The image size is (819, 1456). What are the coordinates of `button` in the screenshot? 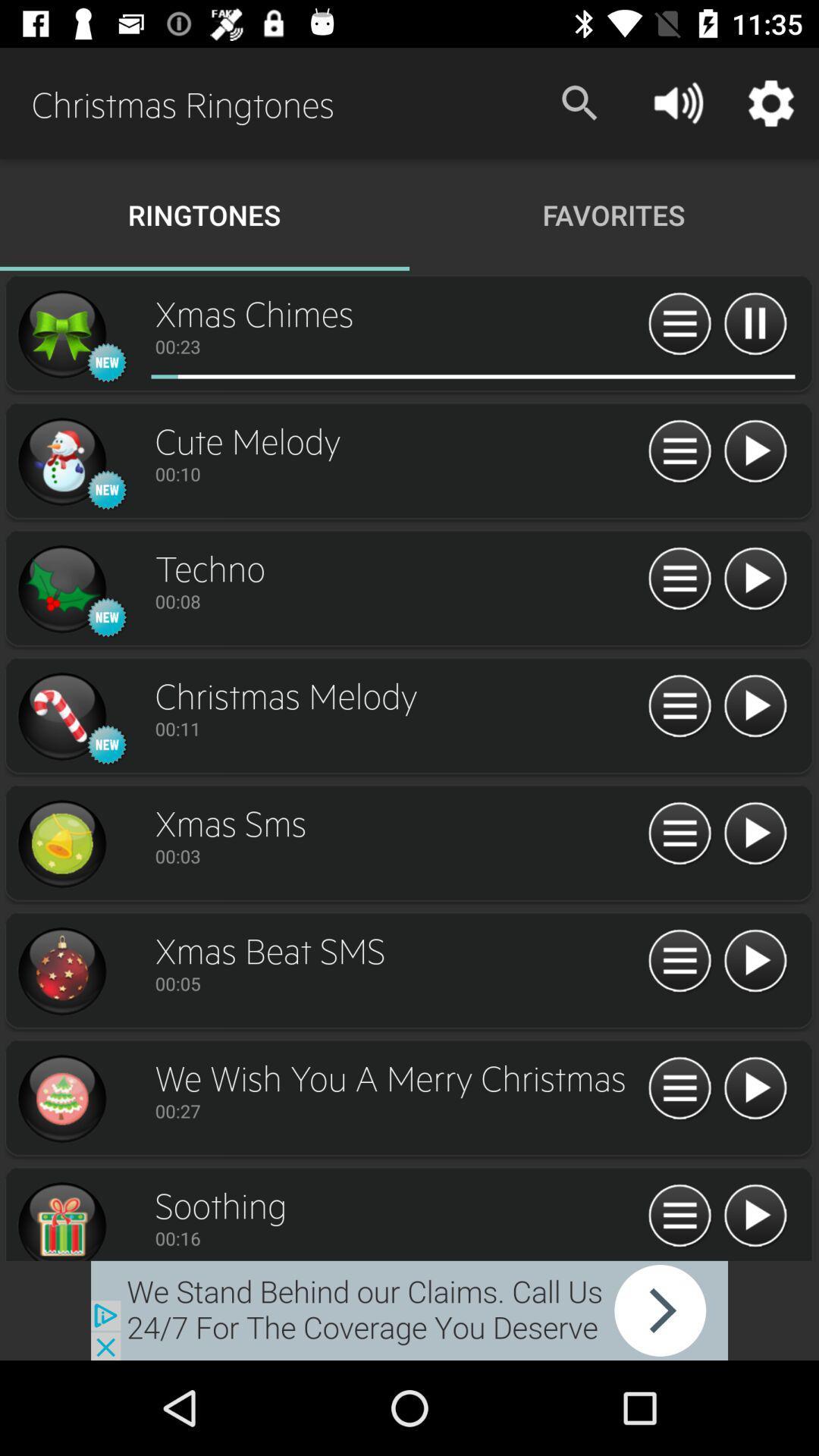 It's located at (755, 1216).